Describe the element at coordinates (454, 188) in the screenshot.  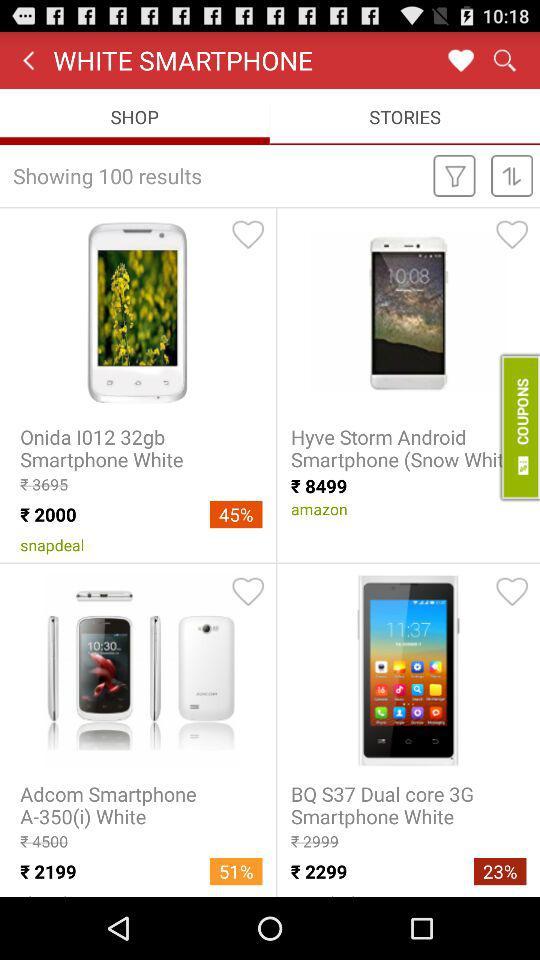
I see `the filter icon` at that location.